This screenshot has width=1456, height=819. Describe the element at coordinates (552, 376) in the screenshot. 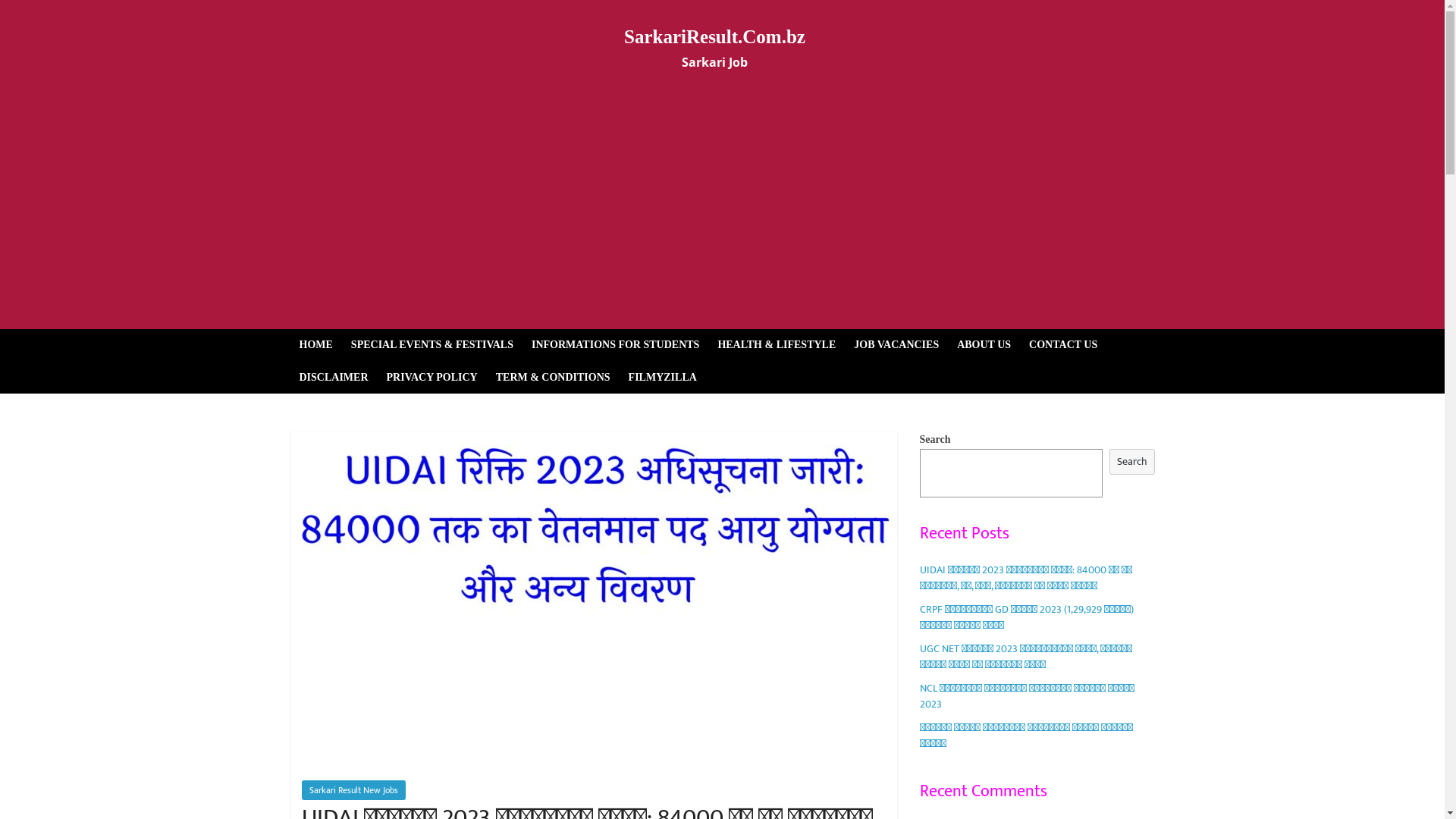

I see `'TERM & CONDITIONS'` at that location.